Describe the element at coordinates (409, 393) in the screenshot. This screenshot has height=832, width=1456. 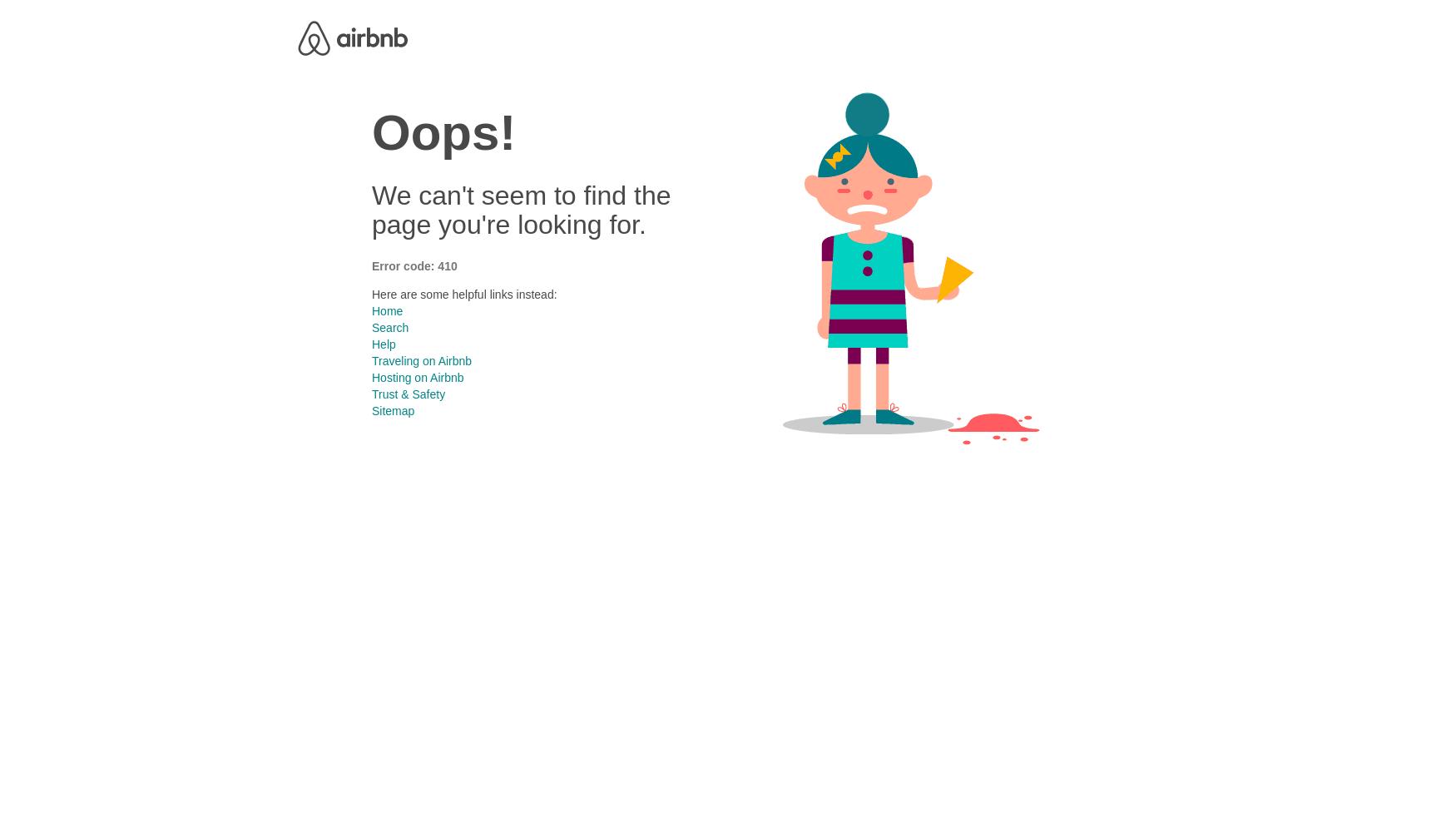
I see `'Trust & Safety'` at that location.